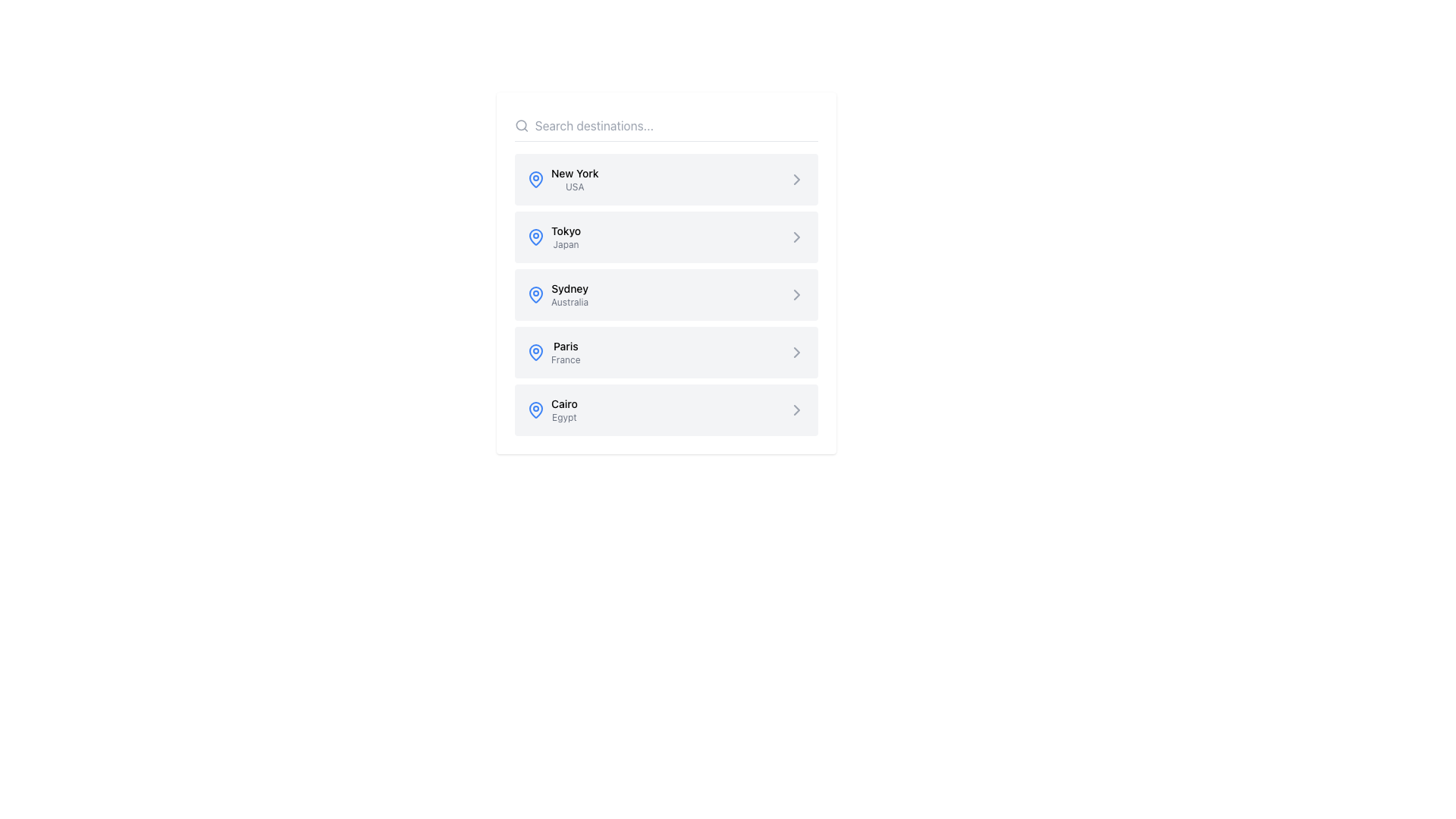 This screenshot has width=1456, height=819. I want to click on the upper boundary of the blue map pin icon, which is located to the left of the 'New York' text, so click(535, 409).